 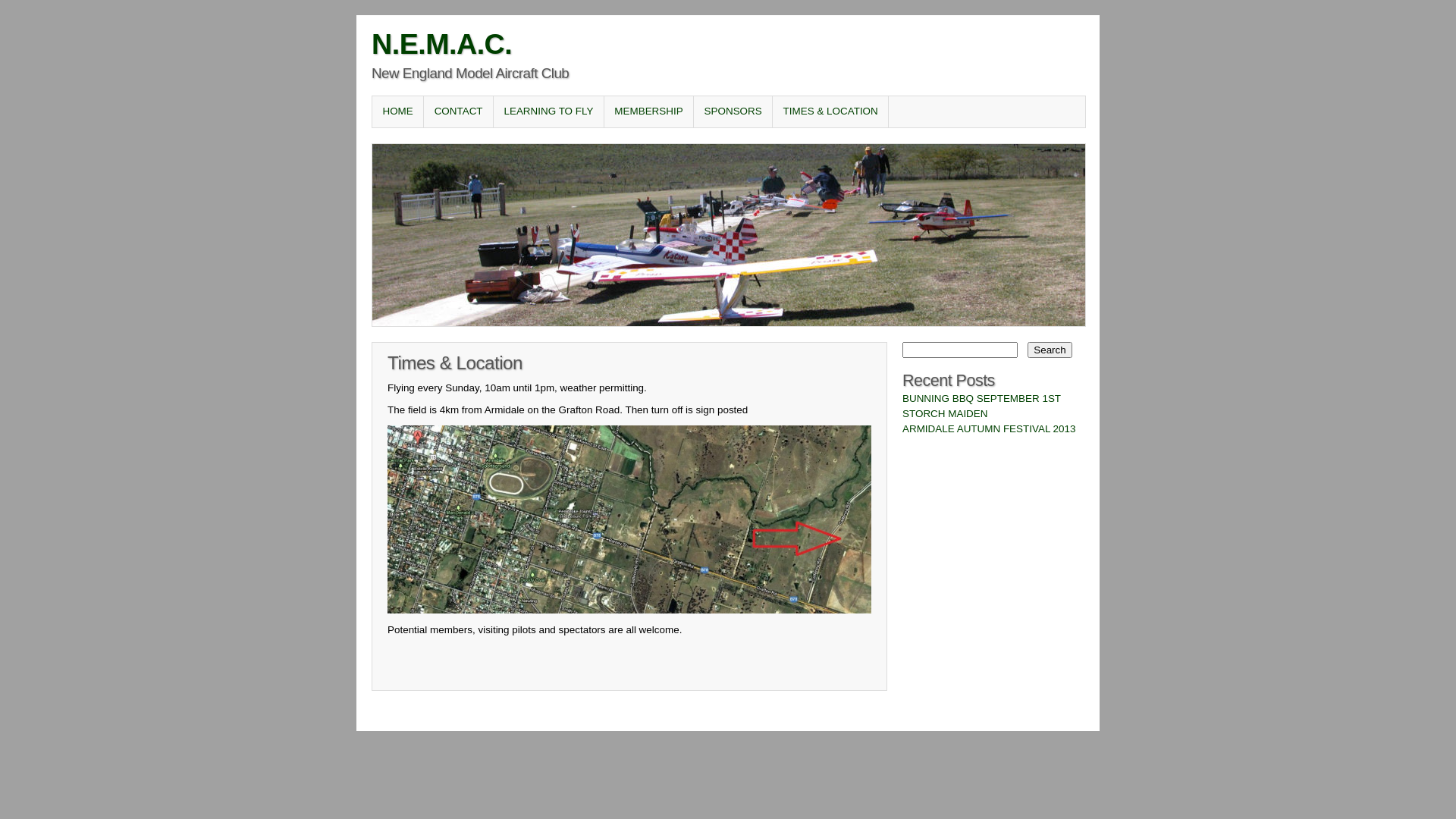 What do you see at coordinates (428, 110) in the screenshot?
I see `'SKIP TO CONTENT'` at bounding box center [428, 110].